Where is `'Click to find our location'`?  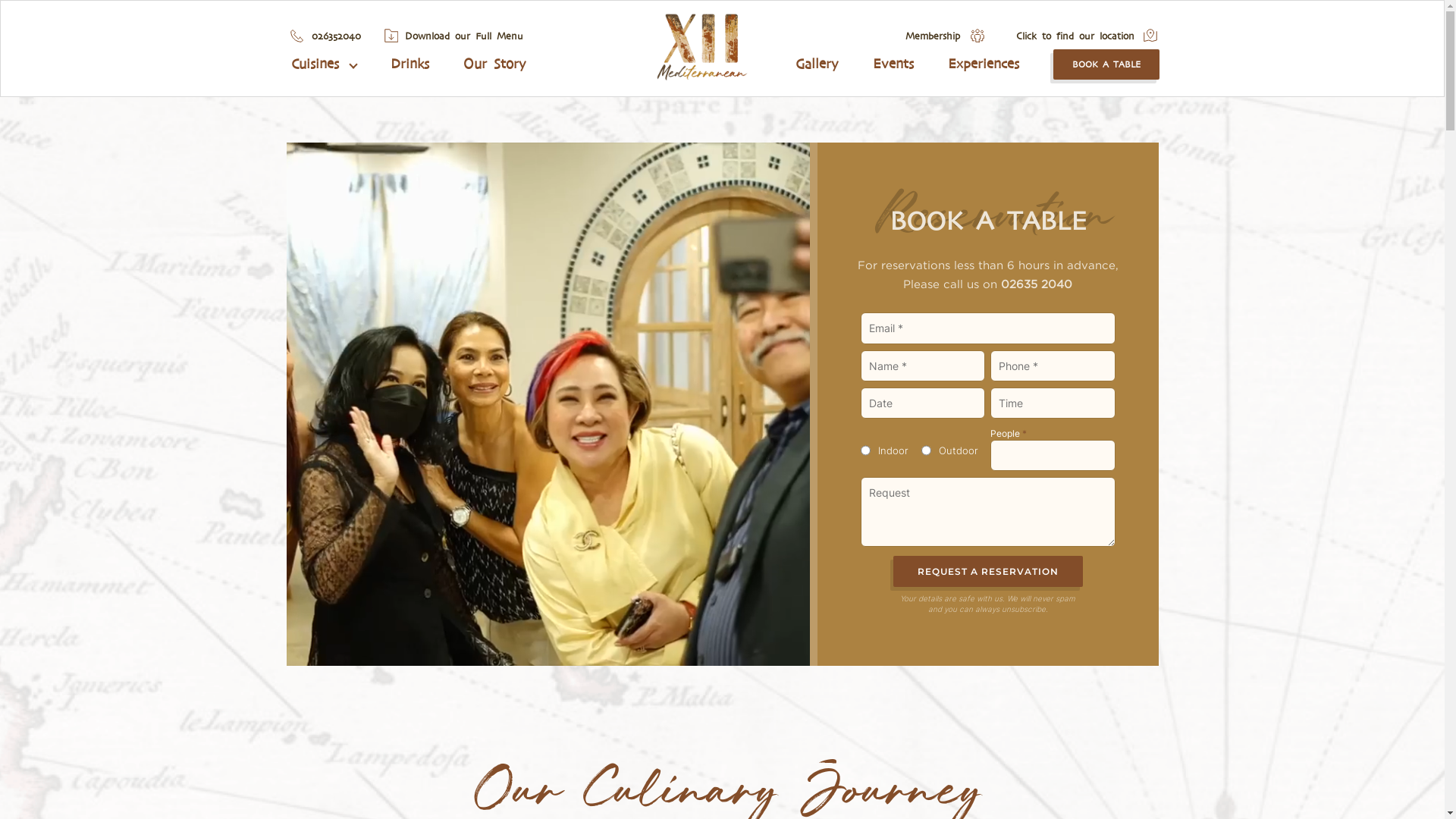
'Click to find our location' is located at coordinates (1074, 35).